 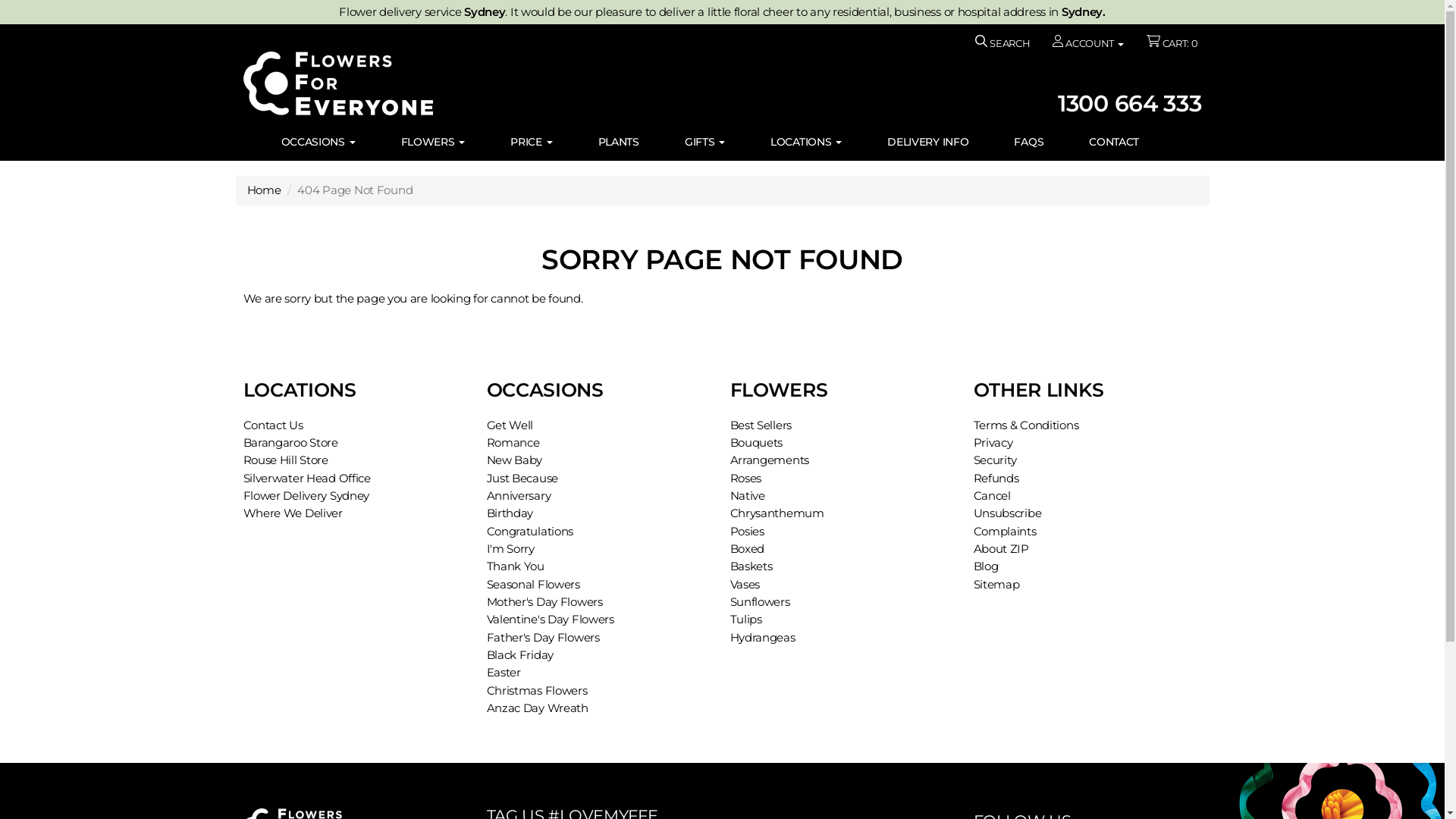 What do you see at coordinates (487, 672) in the screenshot?
I see `'Easter'` at bounding box center [487, 672].